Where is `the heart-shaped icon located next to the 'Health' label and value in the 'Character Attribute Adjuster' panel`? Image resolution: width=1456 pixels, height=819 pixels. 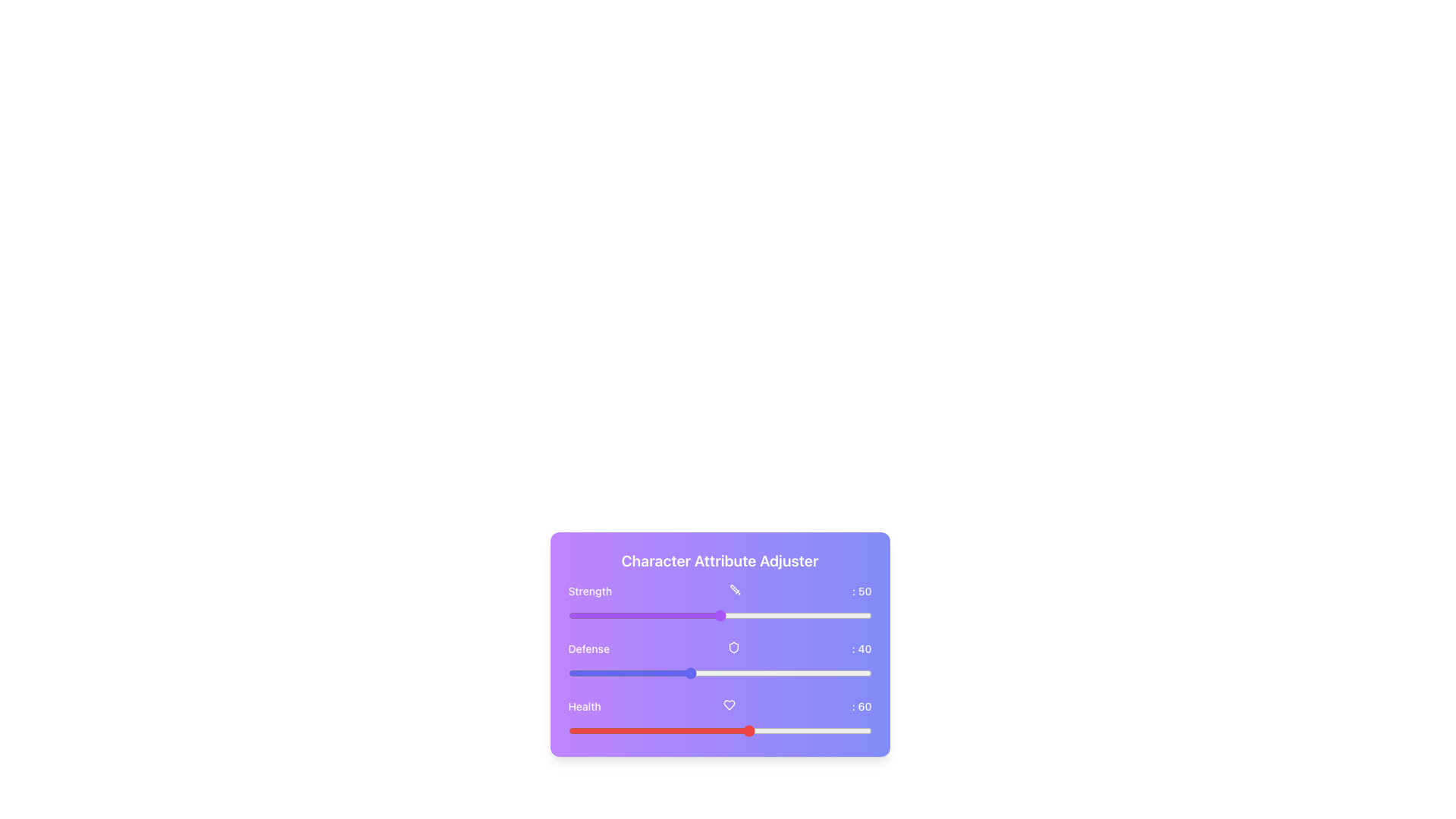
the heart-shaped icon located next to the 'Health' label and value in the 'Character Attribute Adjuster' panel is located at coordinates (730, 704).